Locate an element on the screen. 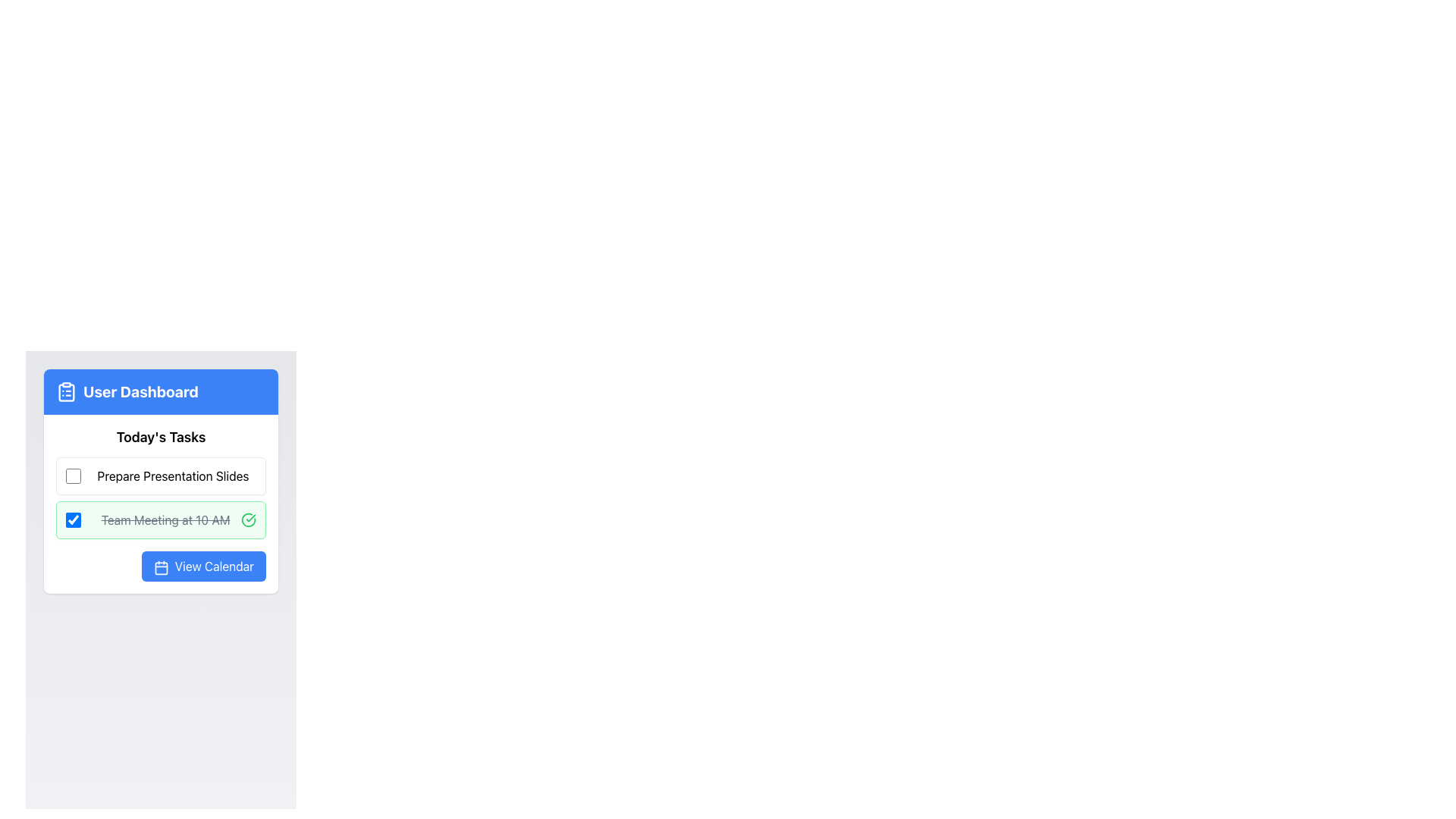 Image resolution: width=1456 pixels, height=819 pixels. the blue header banner at the top of the card, which features a clipboard icon and the text 'User Dashboard' is located at coordinates (161, 391).